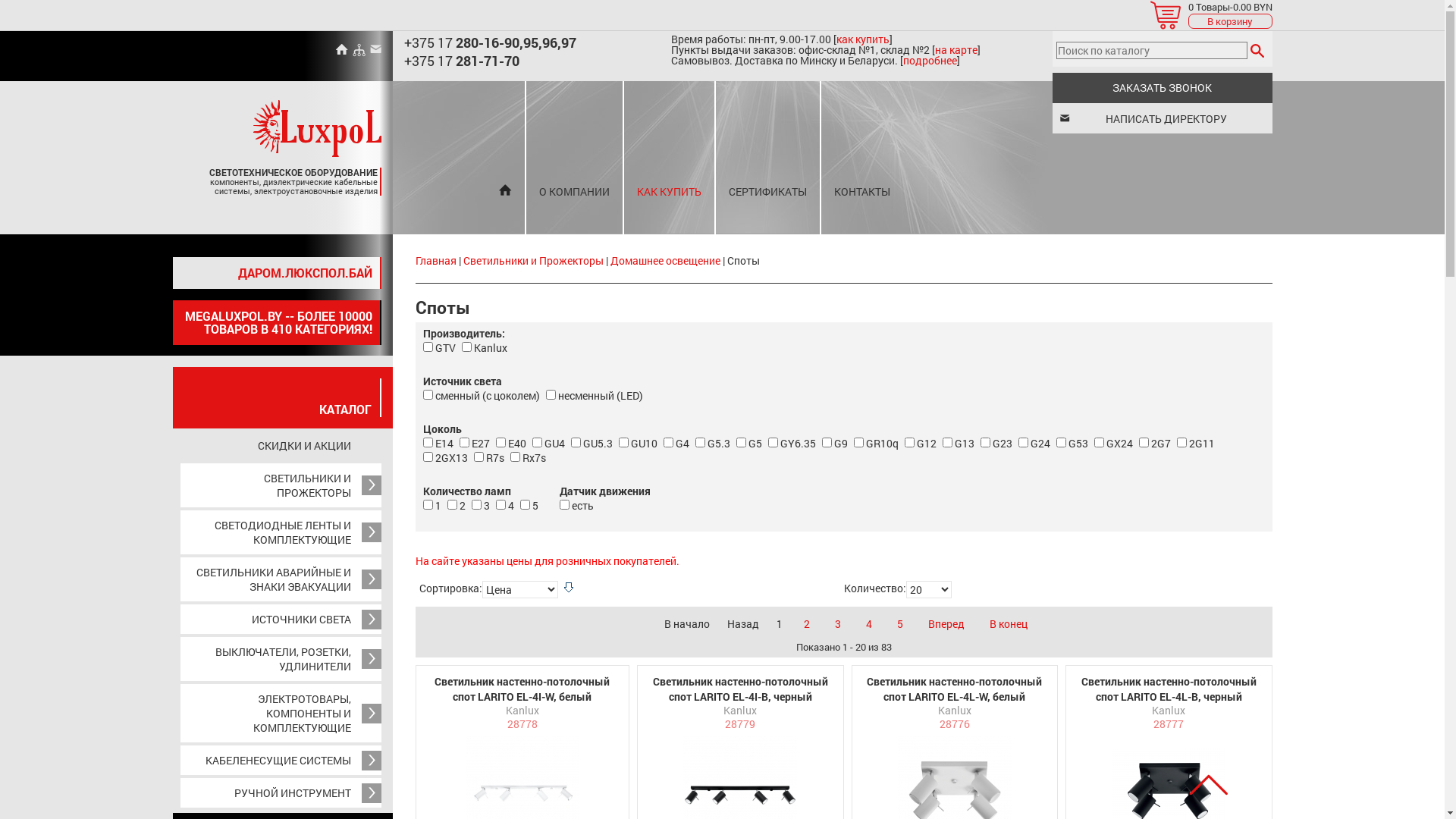 The height and width of the screenshot is (819, 1456). I want to click on '55', so click(422, 504).